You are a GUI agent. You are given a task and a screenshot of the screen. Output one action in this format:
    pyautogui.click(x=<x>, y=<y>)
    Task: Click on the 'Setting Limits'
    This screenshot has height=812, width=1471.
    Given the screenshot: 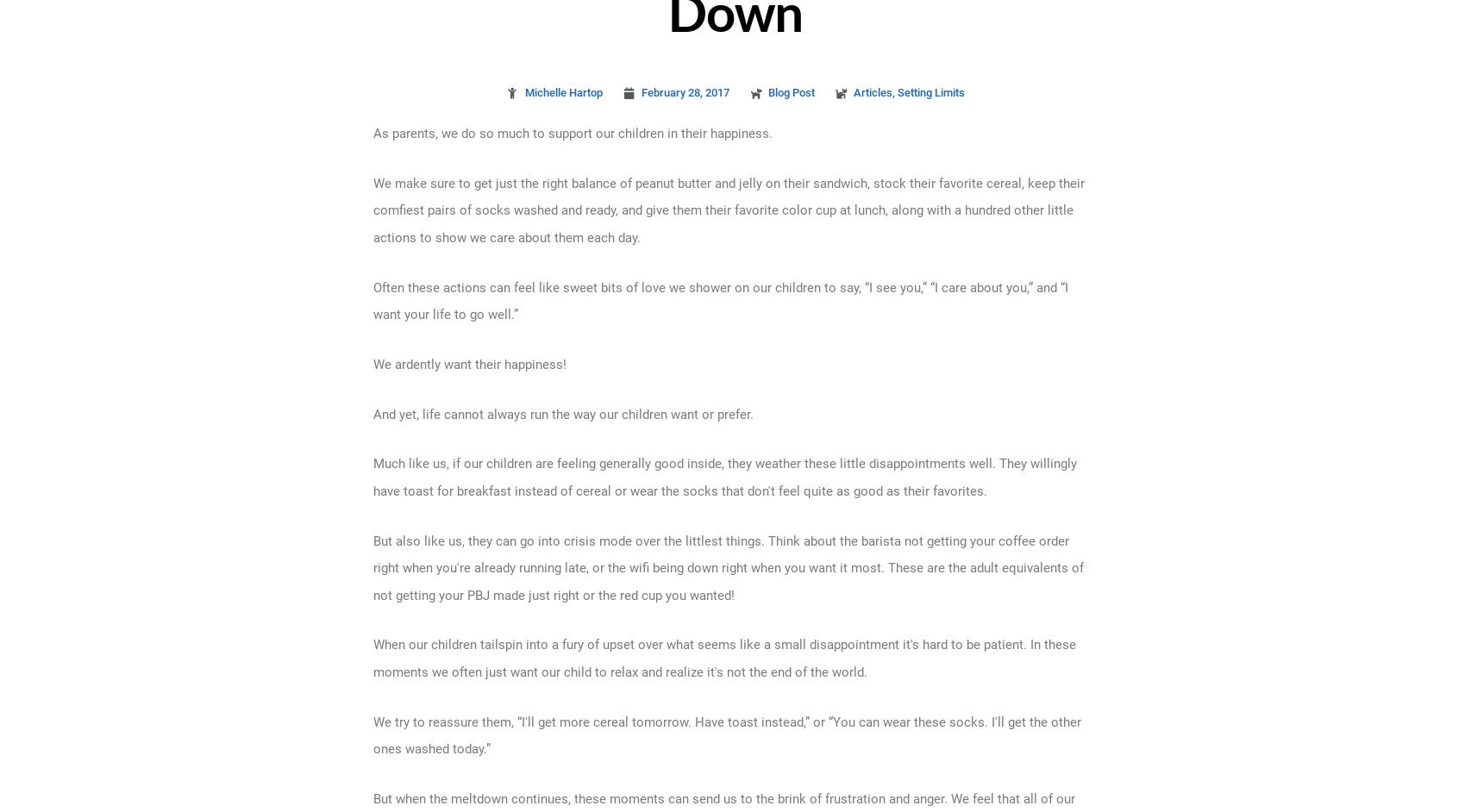 What is the action you would take?
    pyautogui.click(x=930, y=92)
    